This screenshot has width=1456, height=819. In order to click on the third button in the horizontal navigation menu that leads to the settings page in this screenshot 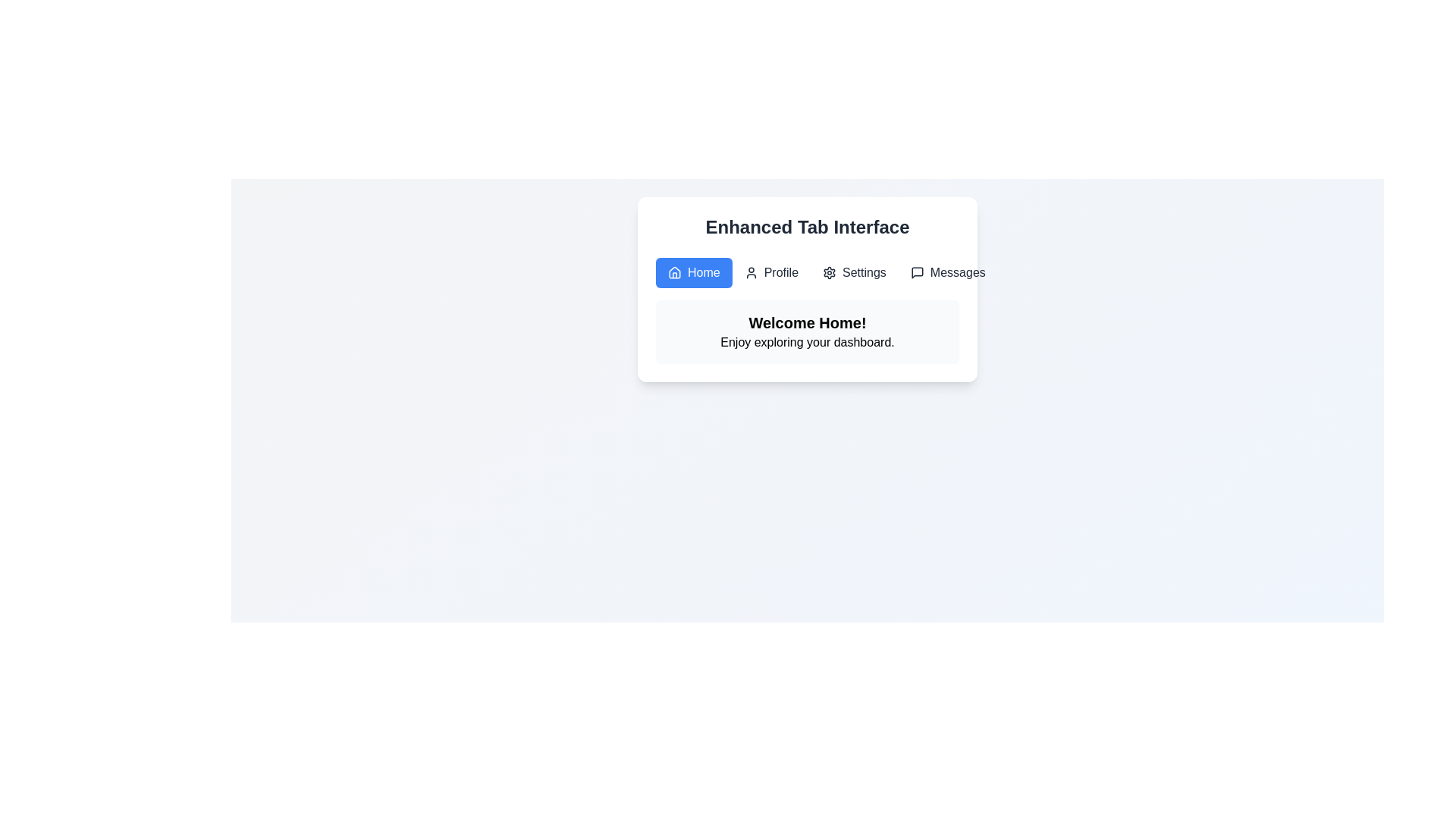, I will do `click(855, 271)`.